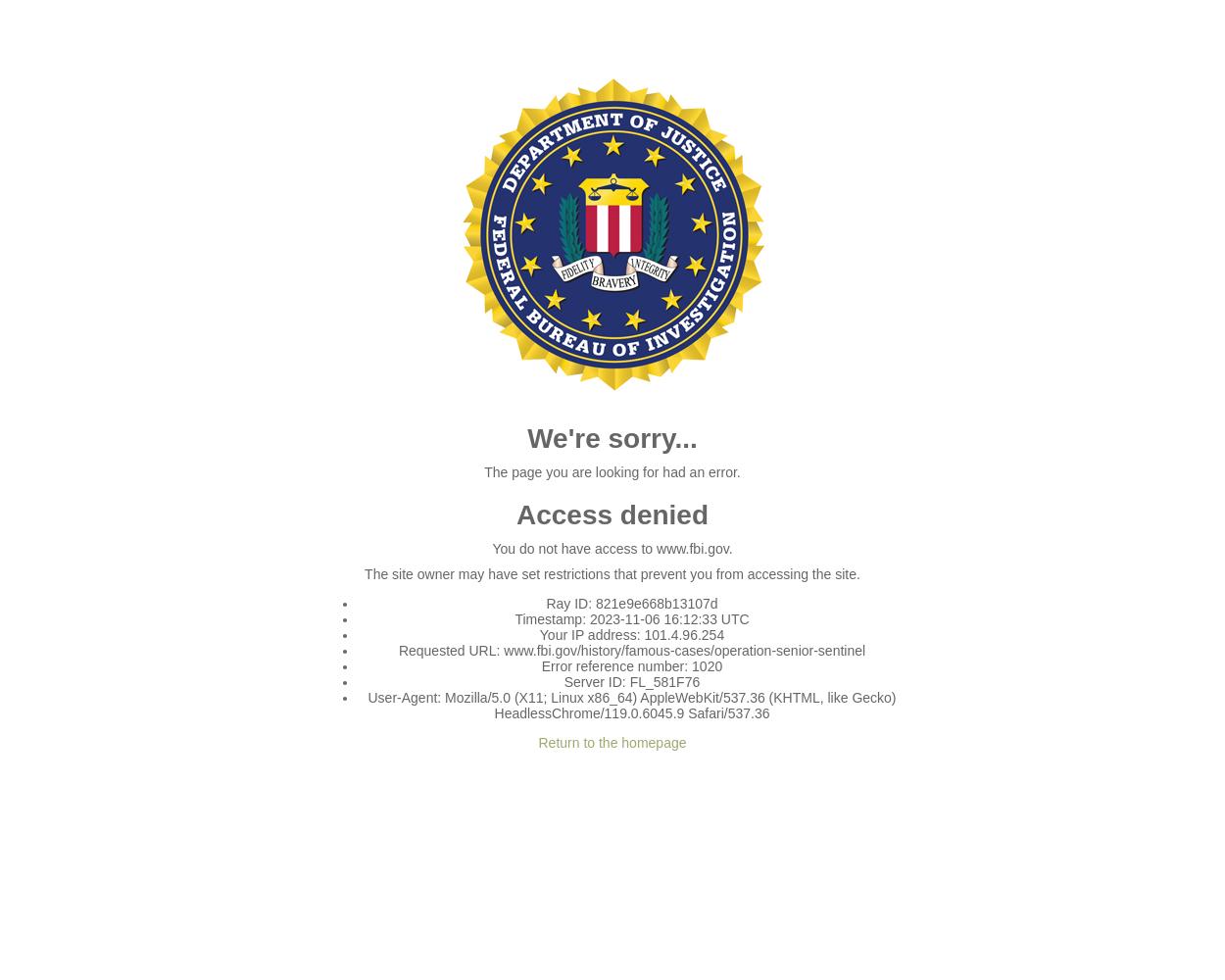 The height and width of the screenshot is (980, 1225). I want to click on 'User-Agent: Mozilla/5.0 (X11; Linux x86_64) AppleWebKit/537.36 (KHTML, like Gecko) HeadlessChrome/119.0.6045.9 Safari/537.36', so click(631, 705).